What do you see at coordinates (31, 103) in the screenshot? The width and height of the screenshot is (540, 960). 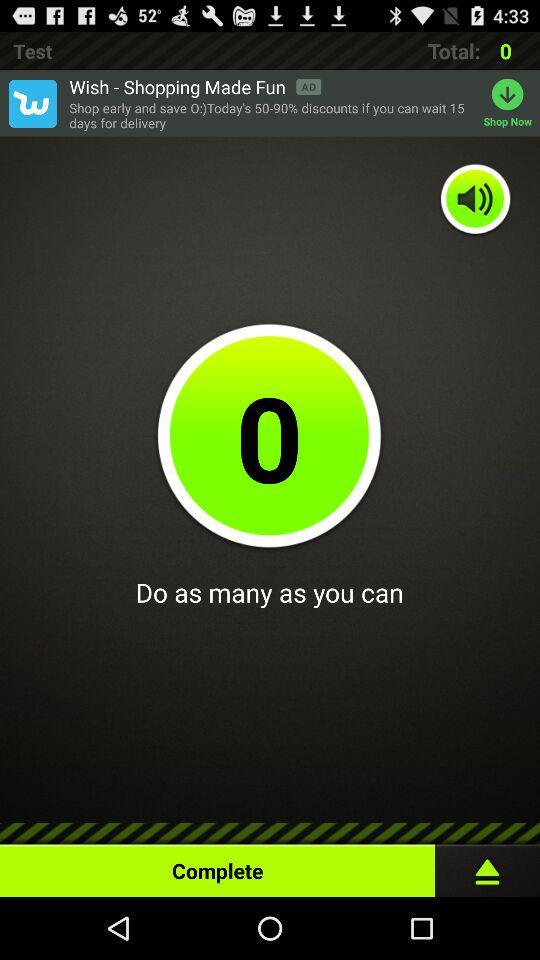 I see `open the advertisement` at bounding box center [31, 103].